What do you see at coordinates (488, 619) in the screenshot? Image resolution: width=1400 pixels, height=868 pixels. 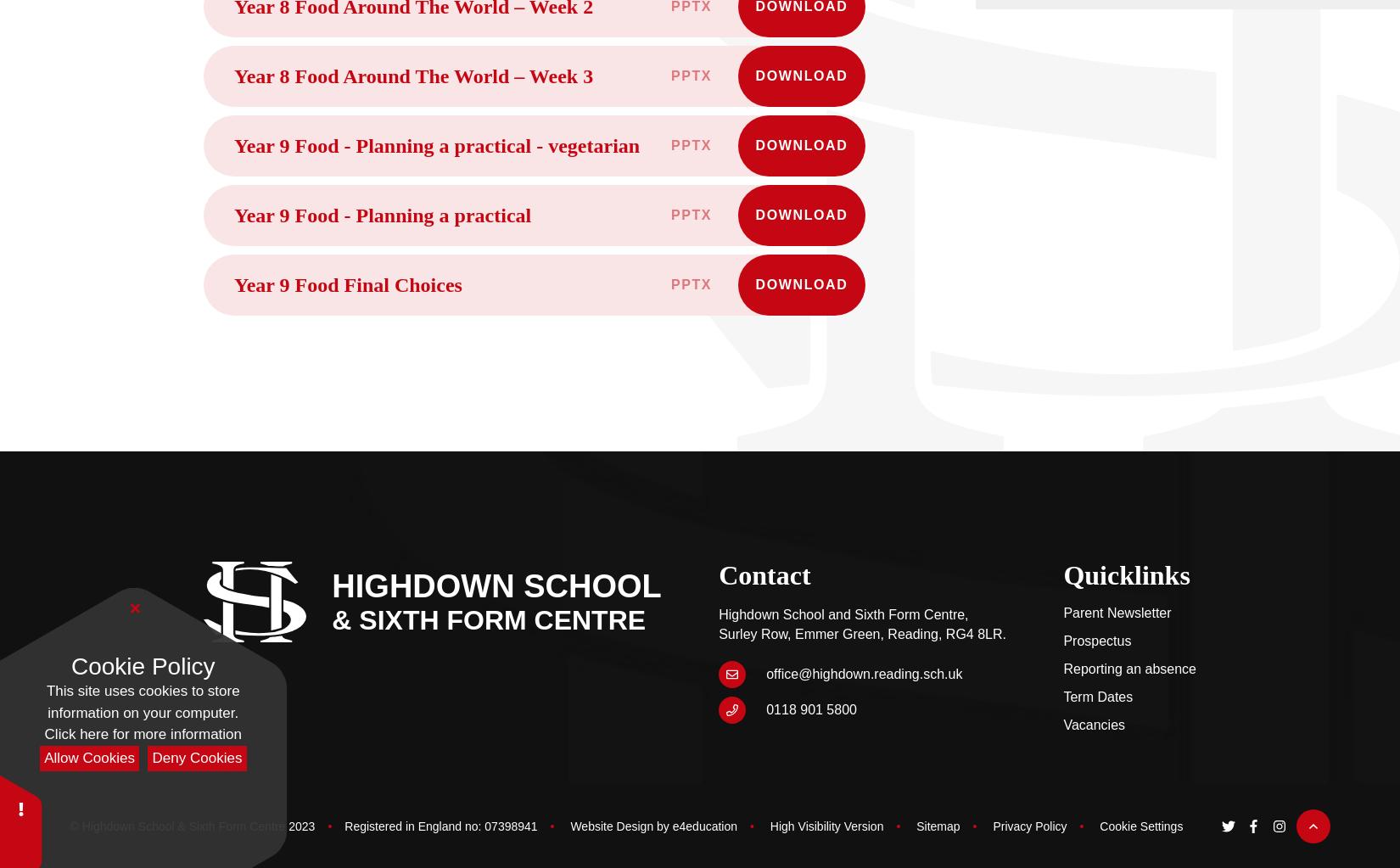 I see `'& Sixth Form Centre'` at bounding box center [488, 619].